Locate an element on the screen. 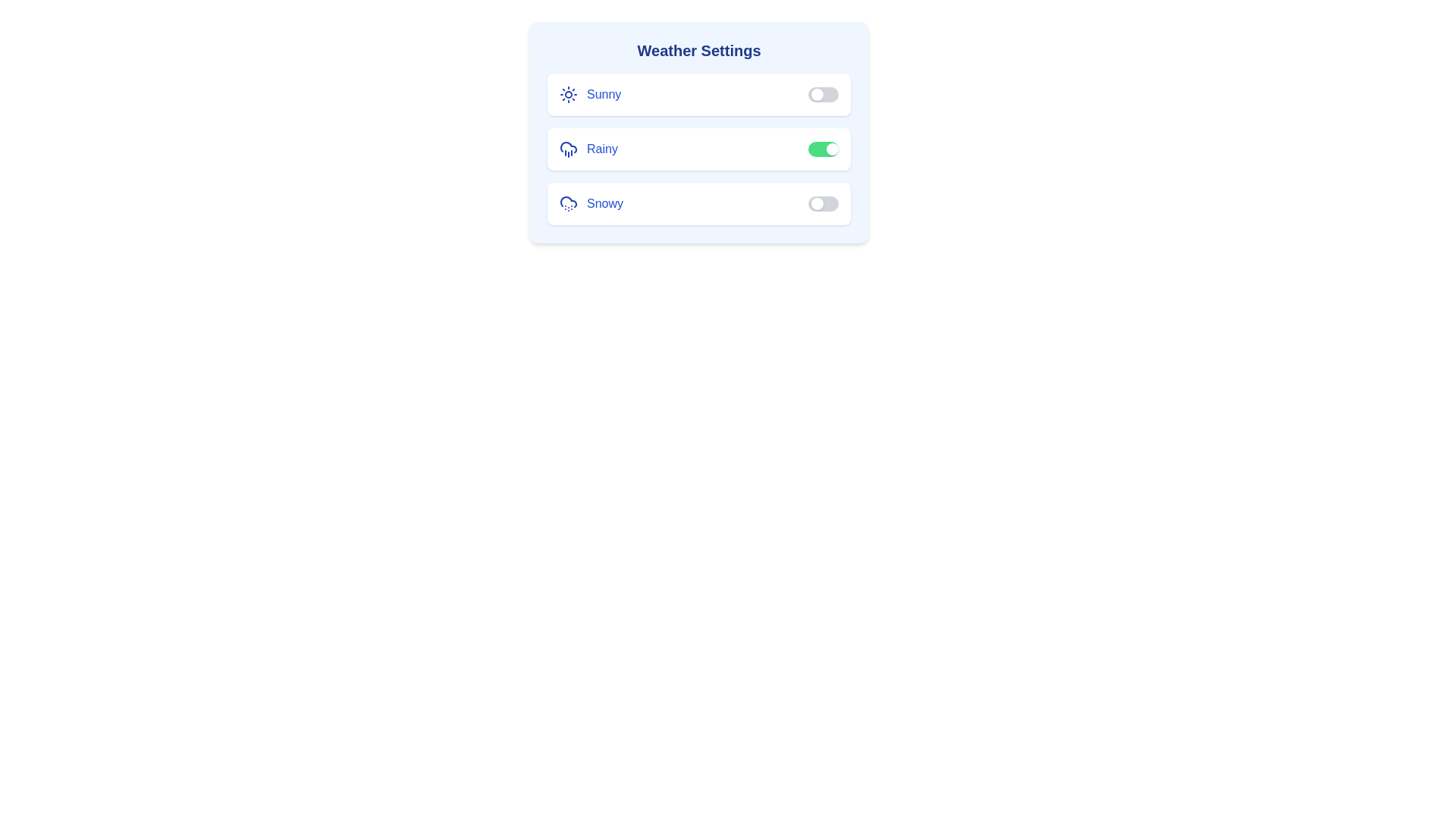 The width and height of the screenshot is (1456, 819). the toggle switch for the 'Snowy' weather setting option, which is located in the third row of weather settings is located at coordinates (698, 203).